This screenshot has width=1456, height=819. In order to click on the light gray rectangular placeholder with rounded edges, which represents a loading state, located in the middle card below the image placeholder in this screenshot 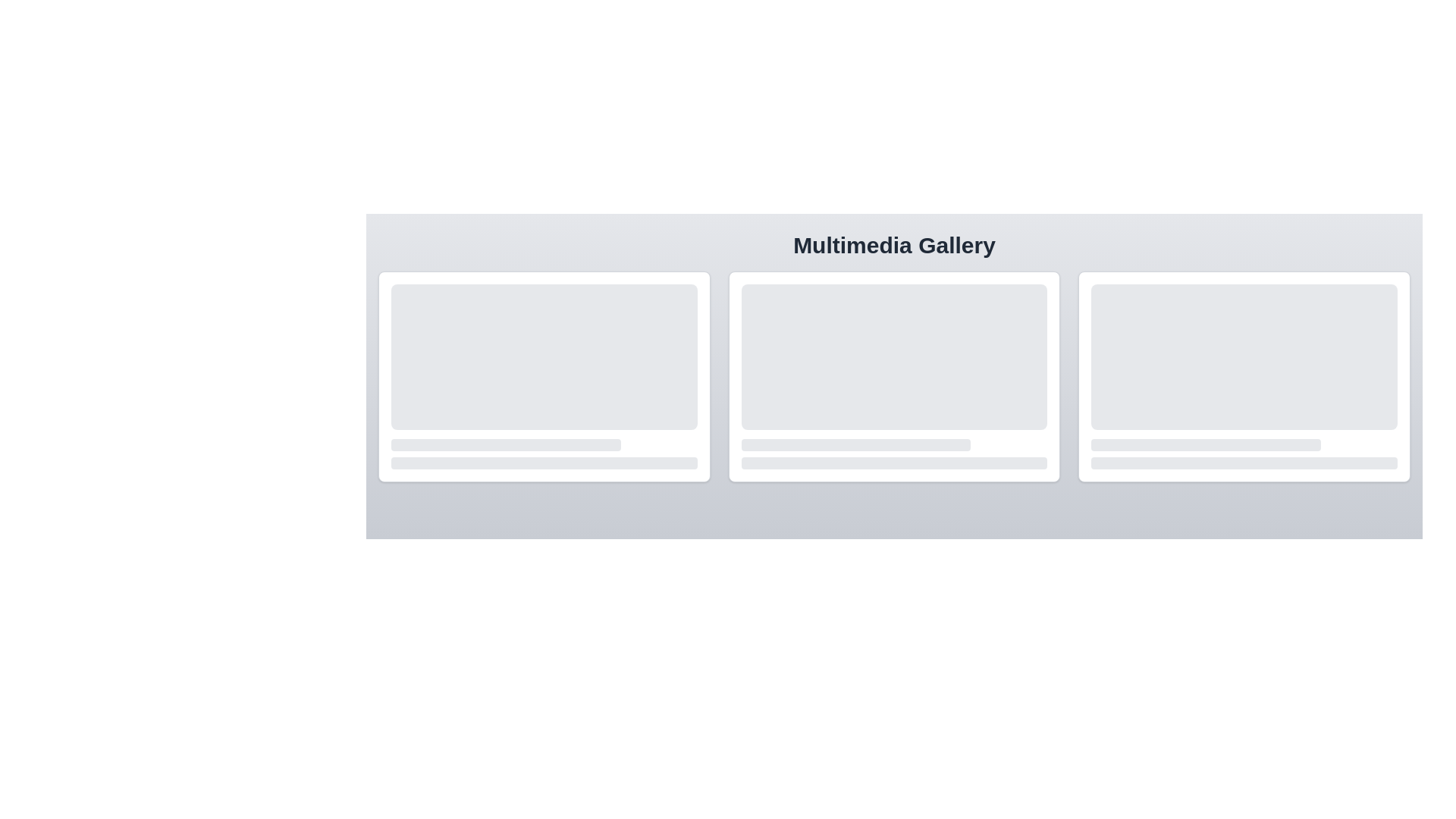, I will do `click(894, 444)`.